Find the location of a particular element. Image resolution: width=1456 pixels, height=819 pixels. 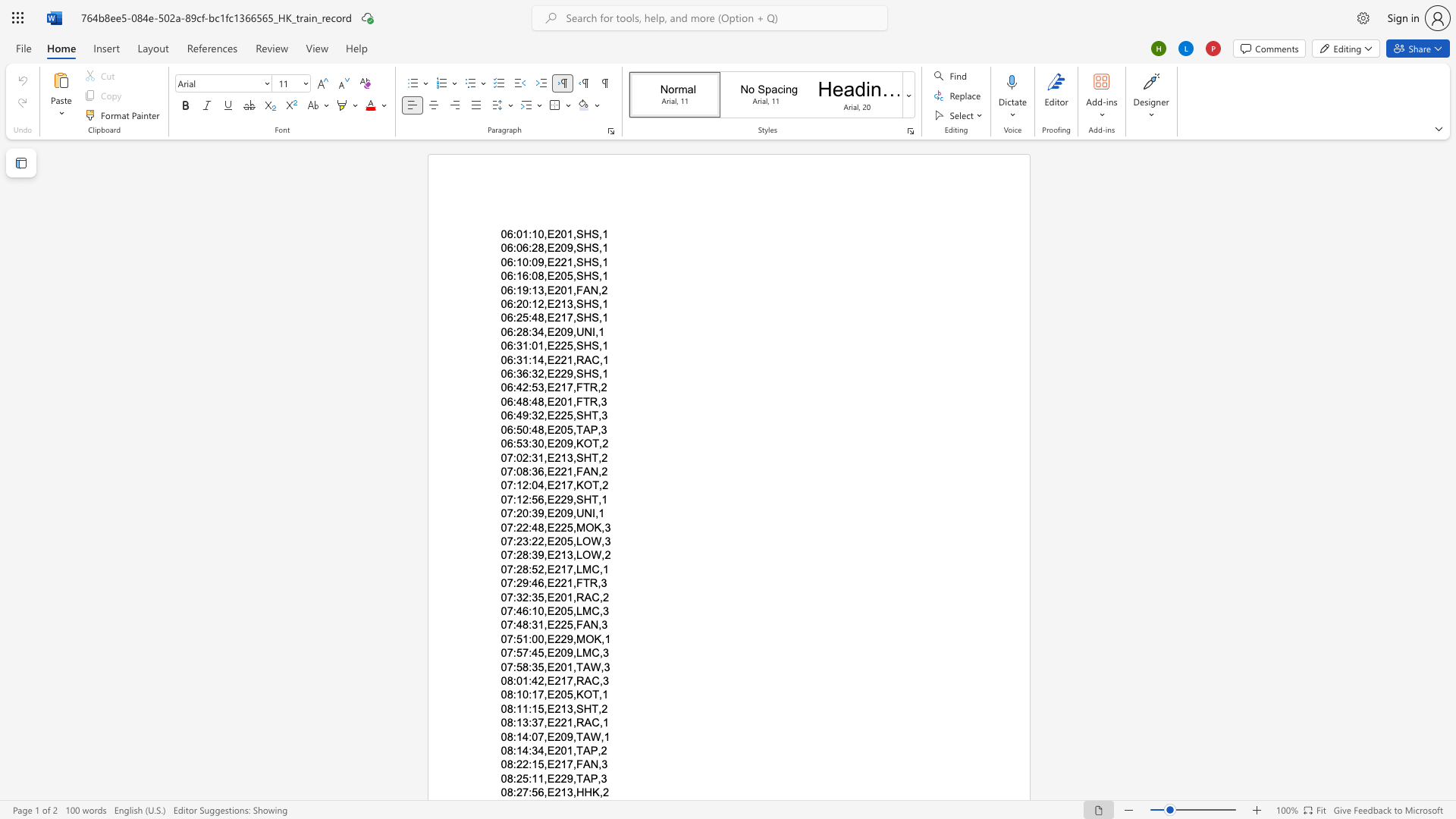

the subset text "4:34,E2" within the text "08:14:34,E201,TAP,2" is located at coordinates (522, 751).